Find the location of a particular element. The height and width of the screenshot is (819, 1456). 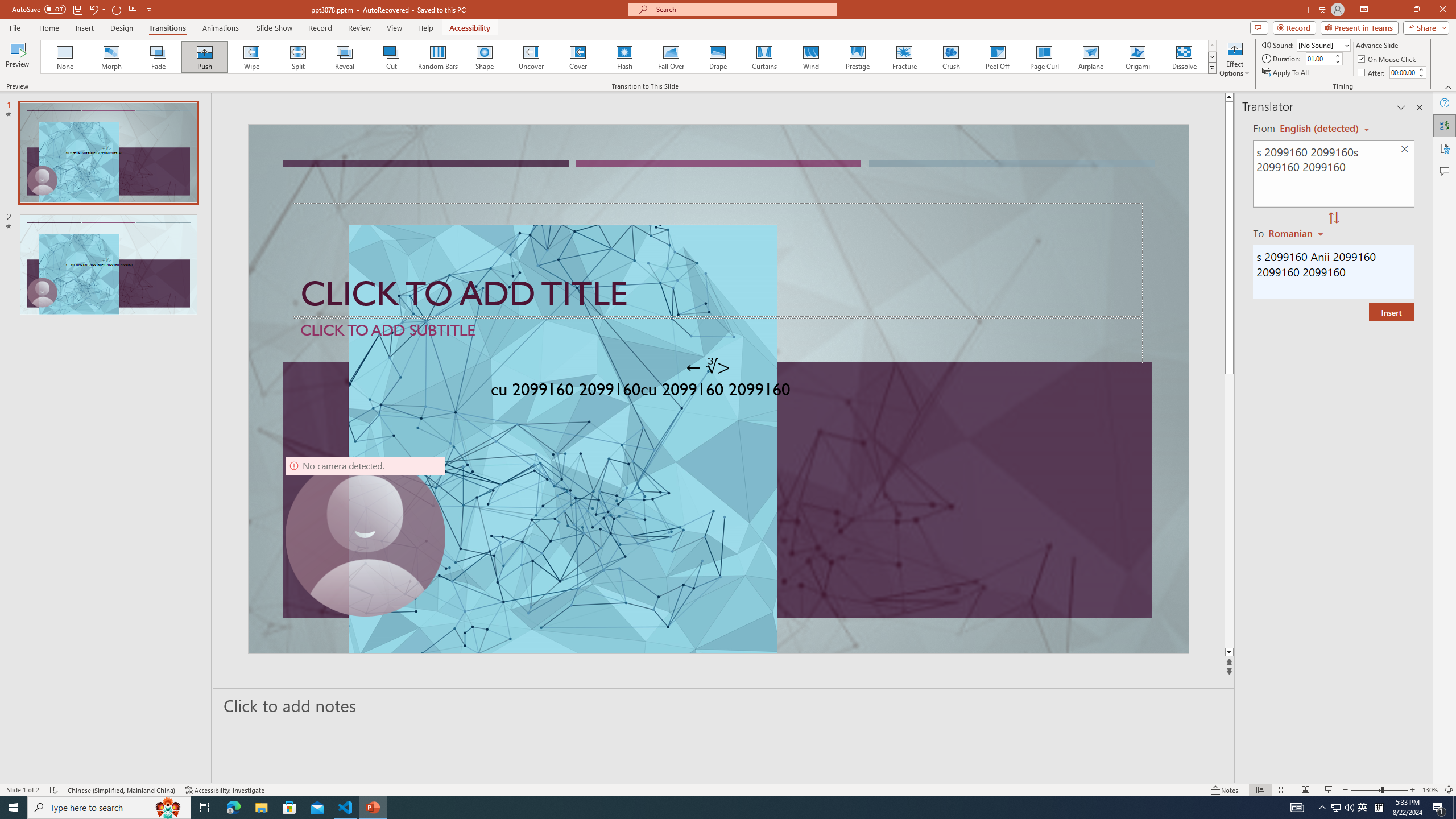

'AutomationID: AnimationTransitionGallery' is located at coordinates (628, 56).